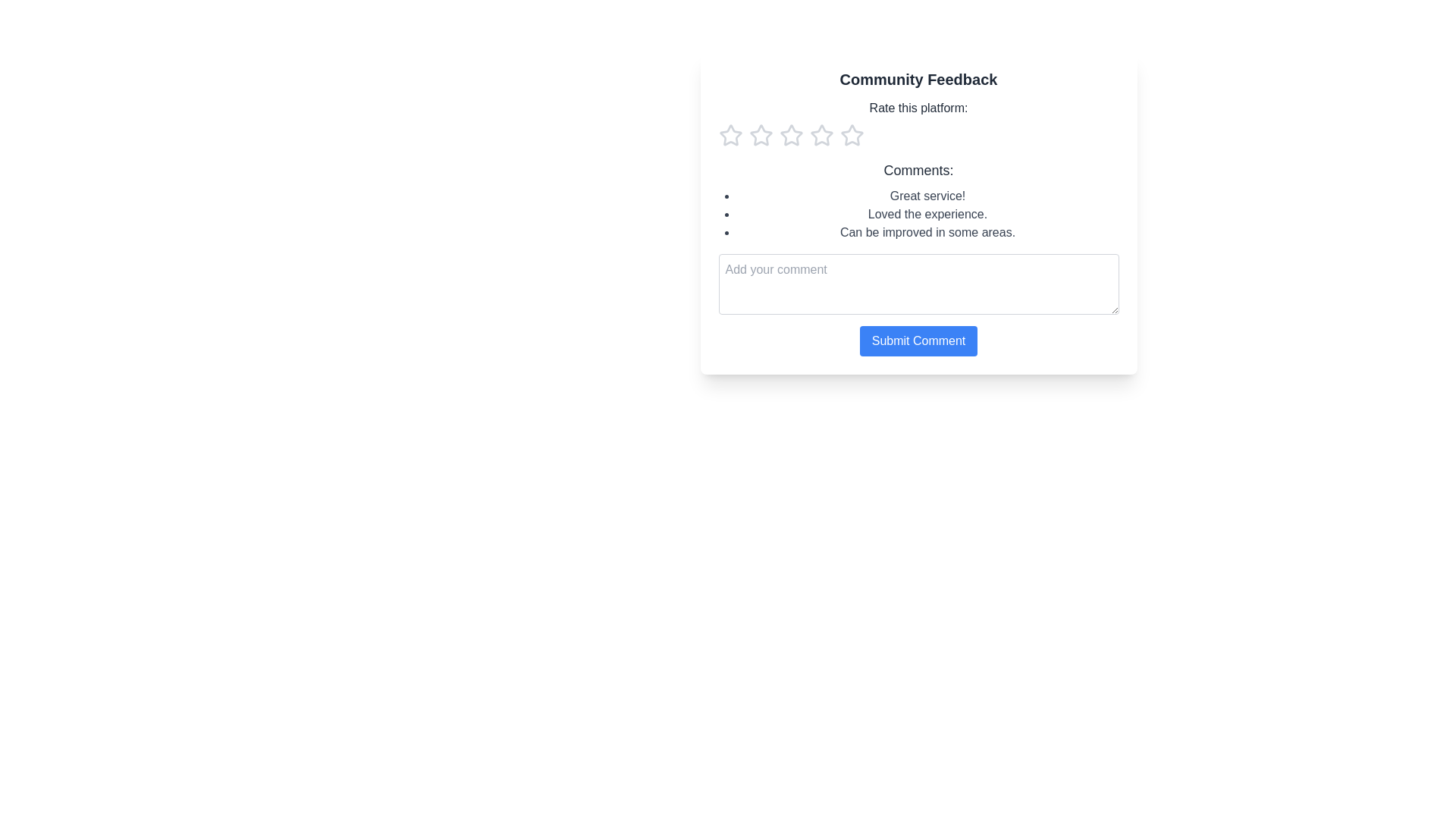 Image resolution: width=1456 pixels, height=819 pixels. Describe the element at coordinates (927, 233) in the screenshot. I see `the third text label in the comment list that contains user feedback, located under the heading 'Comments', positioned between 'Great service!' and 'Loved the experience.'` at that location.